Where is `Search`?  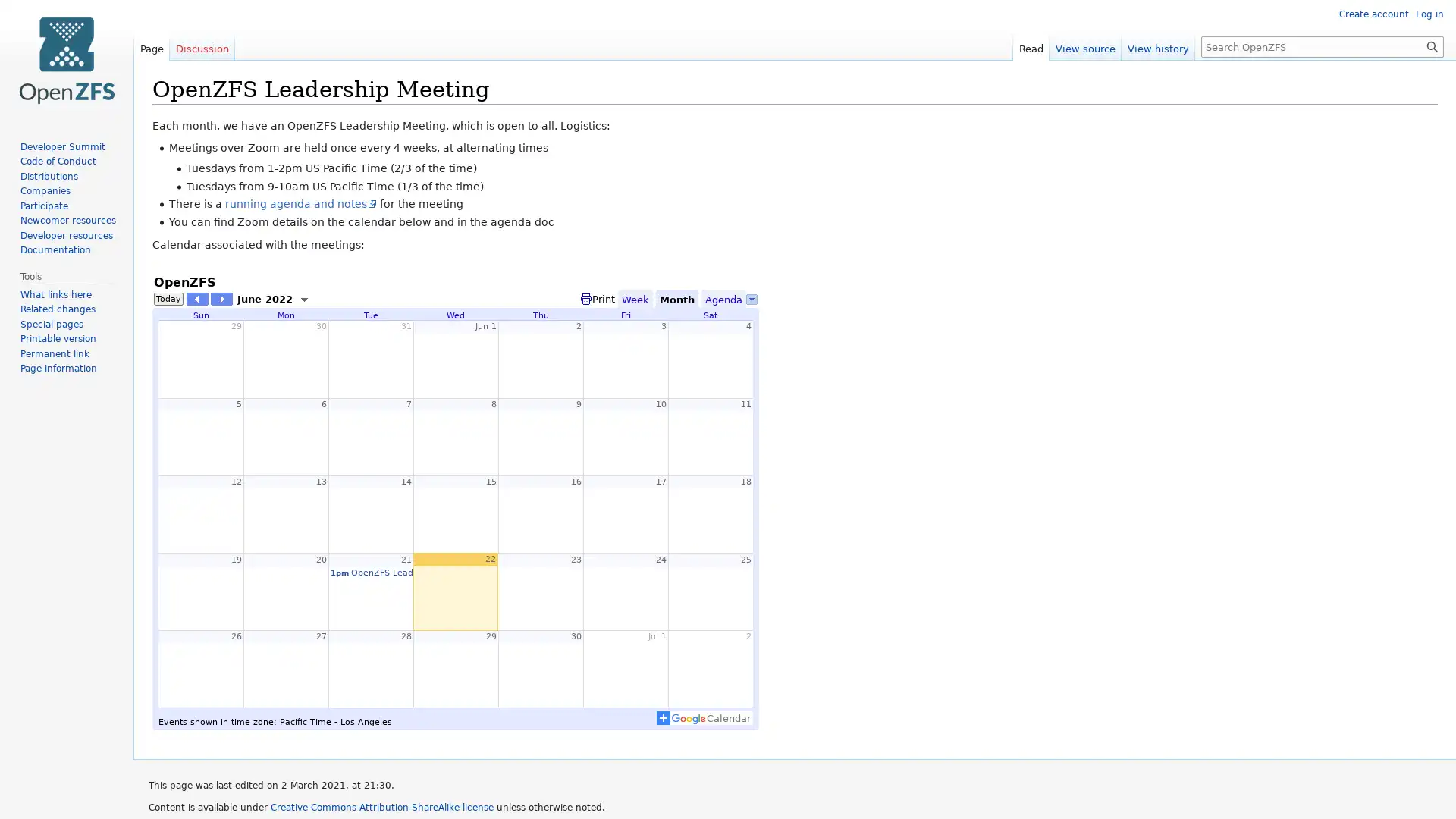 Search is located at coordinates (1432, 45).